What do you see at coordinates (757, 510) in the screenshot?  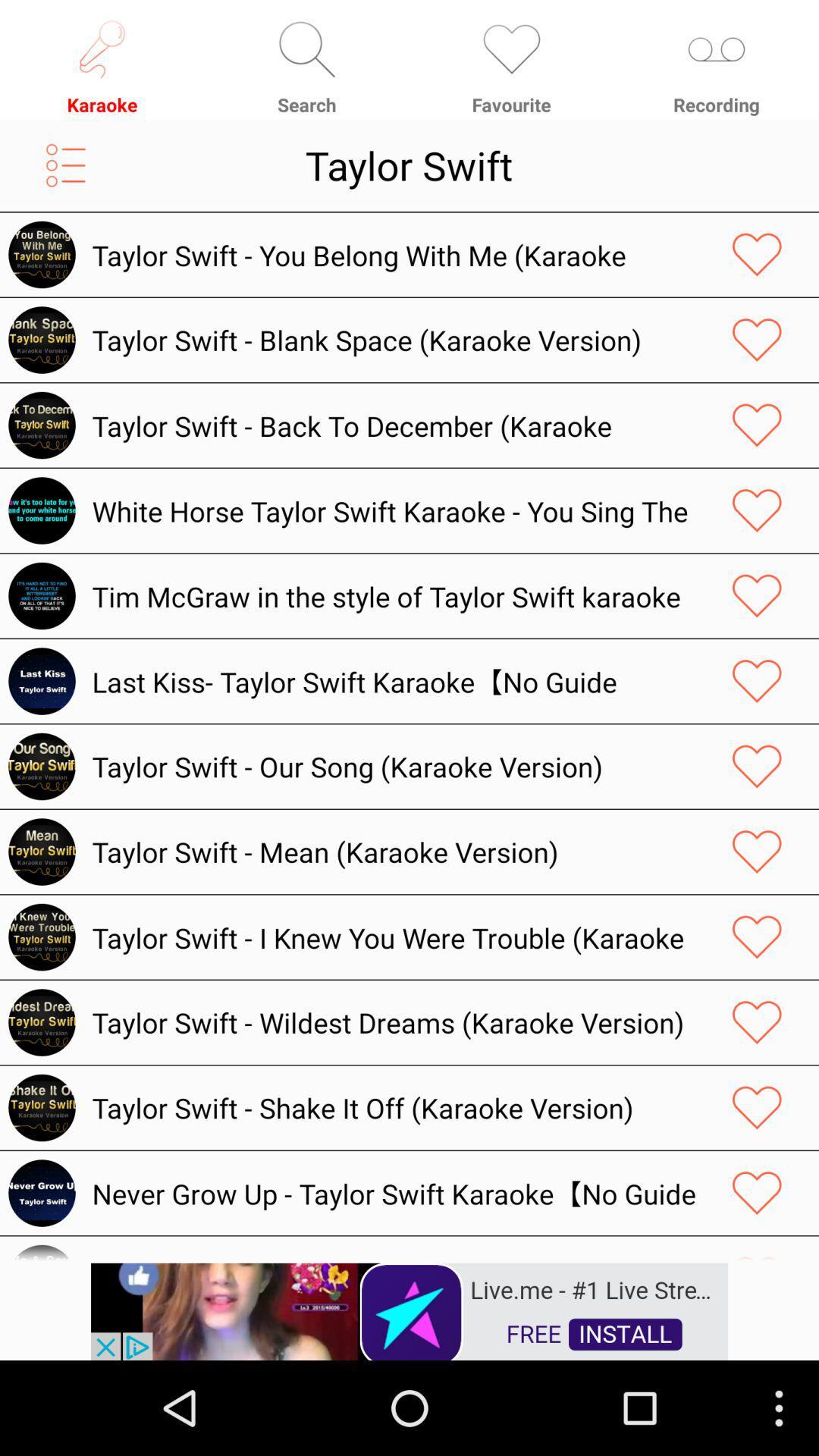 I see `like` at bounding box center [757, 510].